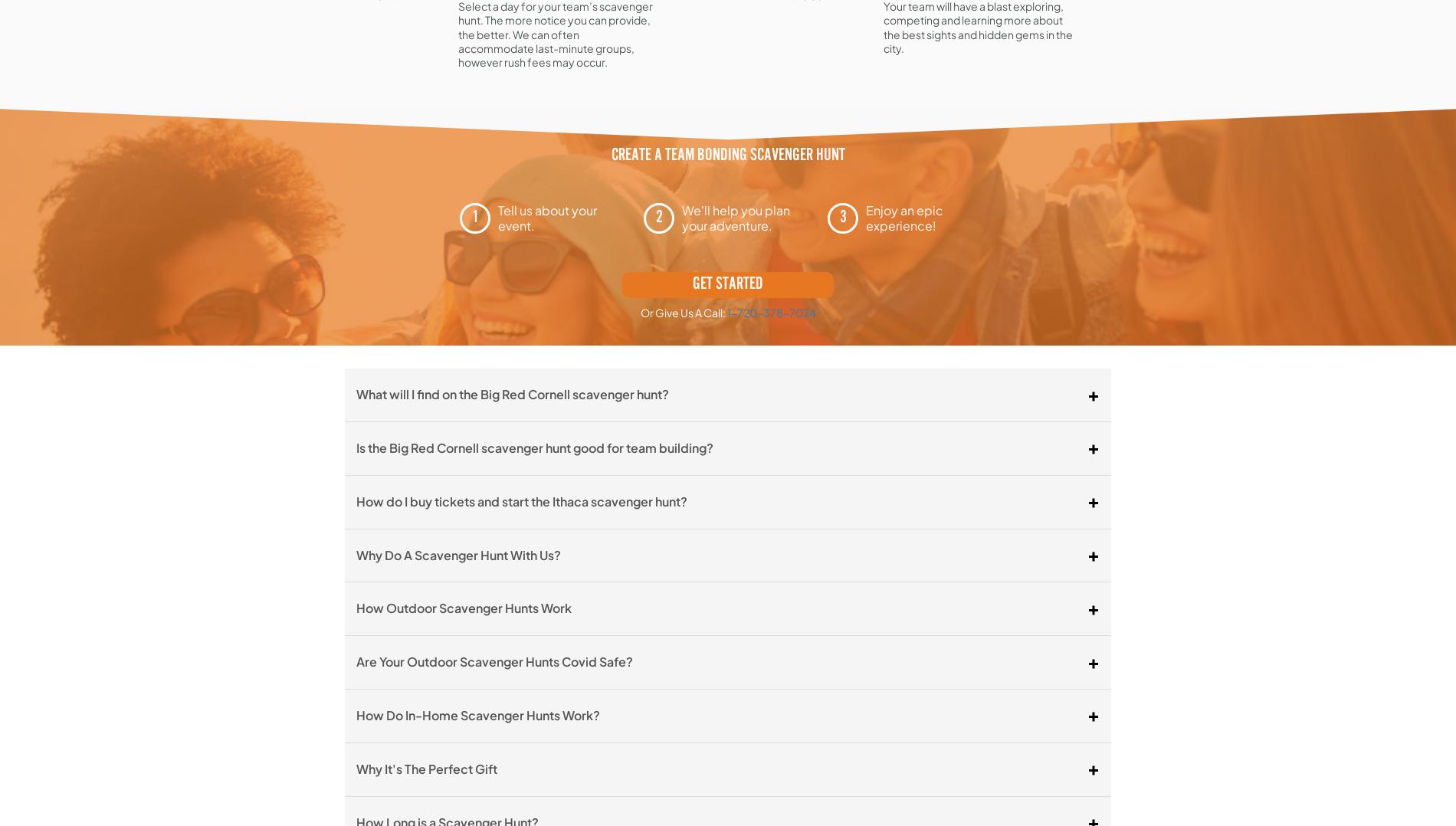 Image resolution: width=1456 pixels, height=826 pixels. I want to click on 'CREATE A TEAM BONDING SCAVENGER HUNT', so click(726, 156).